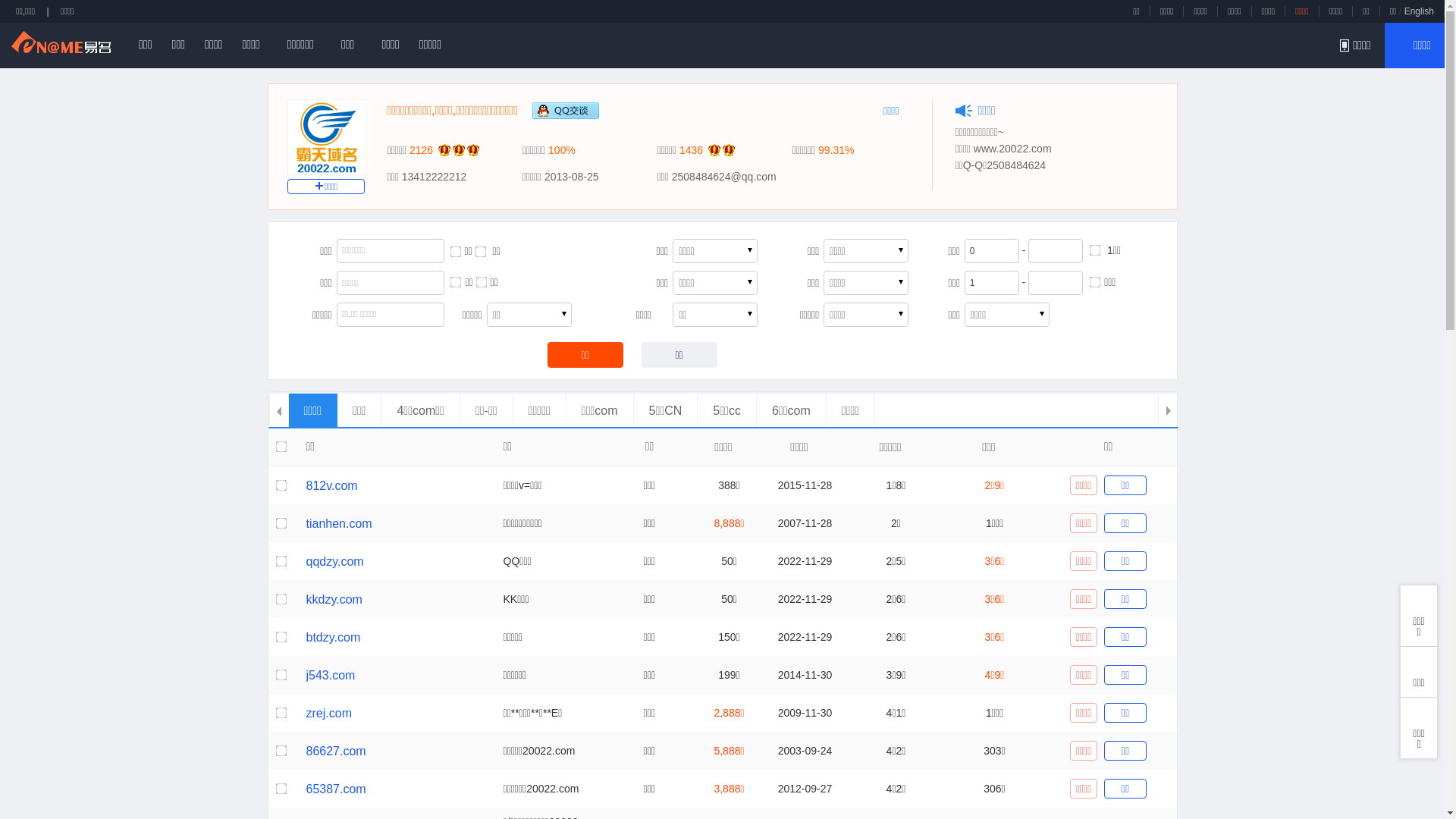  I want to click on 'qqdzy.com', so click(334, 561).